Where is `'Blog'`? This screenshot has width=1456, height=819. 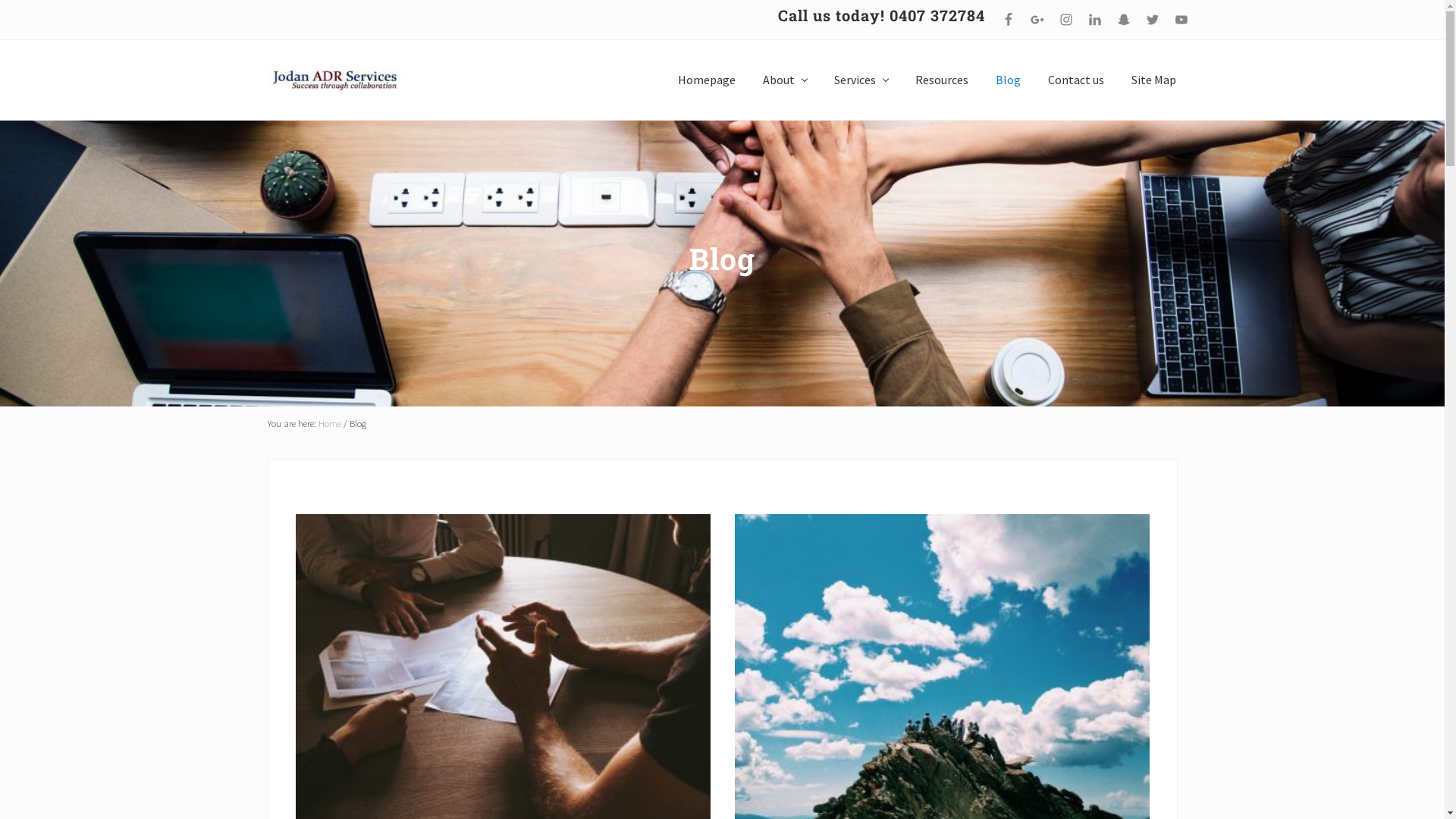
'Blog' is located at coordinates (983, 79).